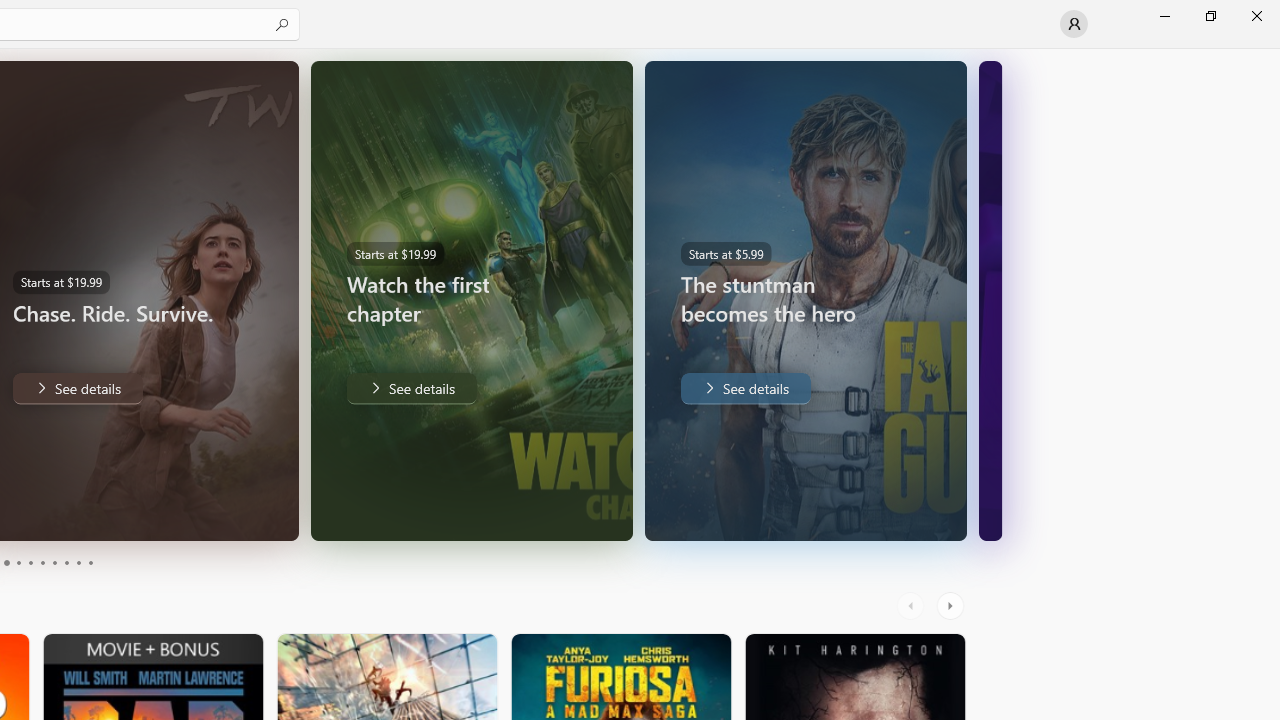 The image size is (1280, 720). What do you see at coordinates (1072, 24) in the screenshot?
I see `'User profile'` at bounding box center [1072, 24].